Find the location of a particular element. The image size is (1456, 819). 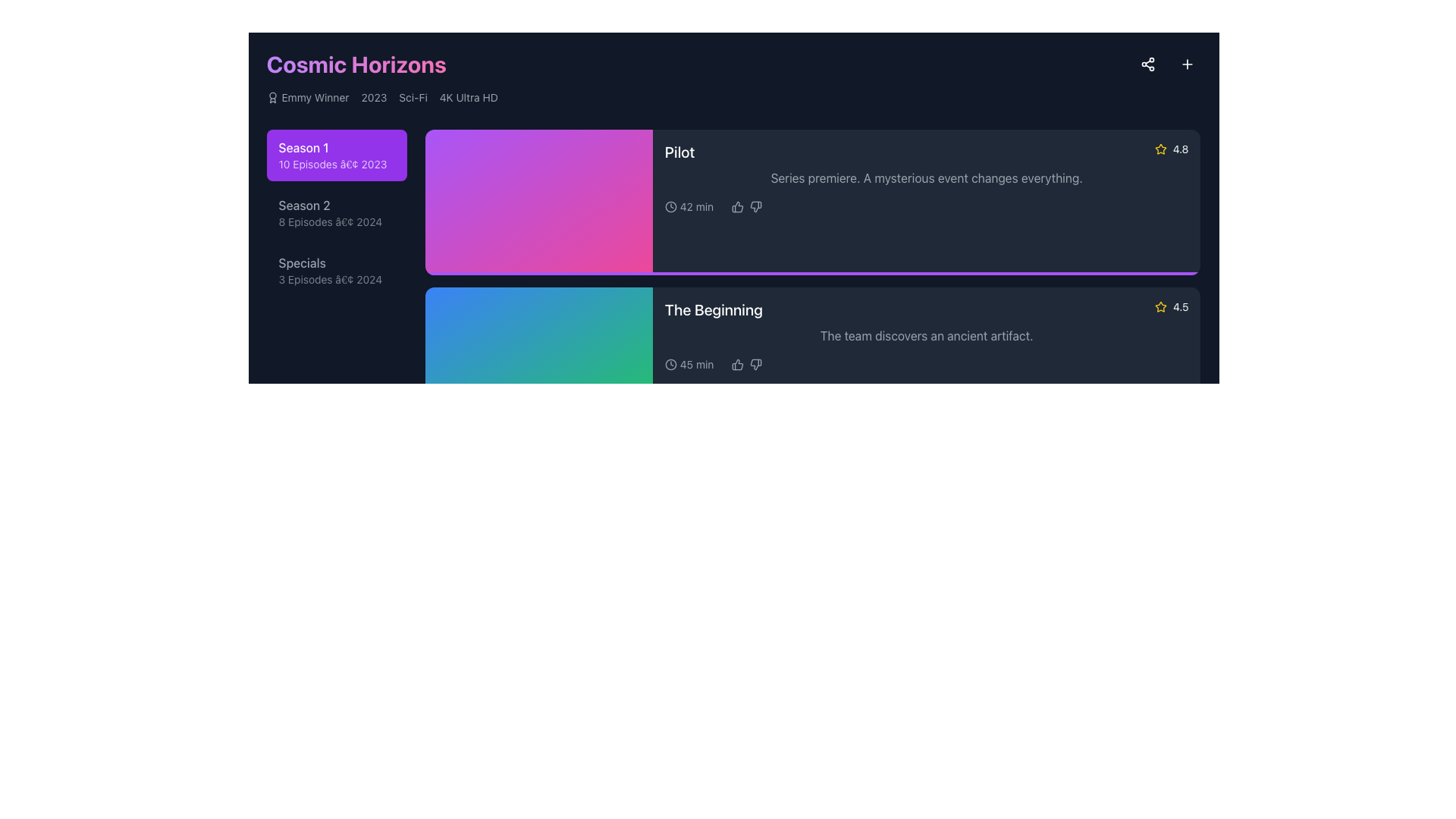

the circular vector element that resembles a clock, which is the outermost ring of the icon located in the top-right section of the interface is located at coordinates (670, 365).